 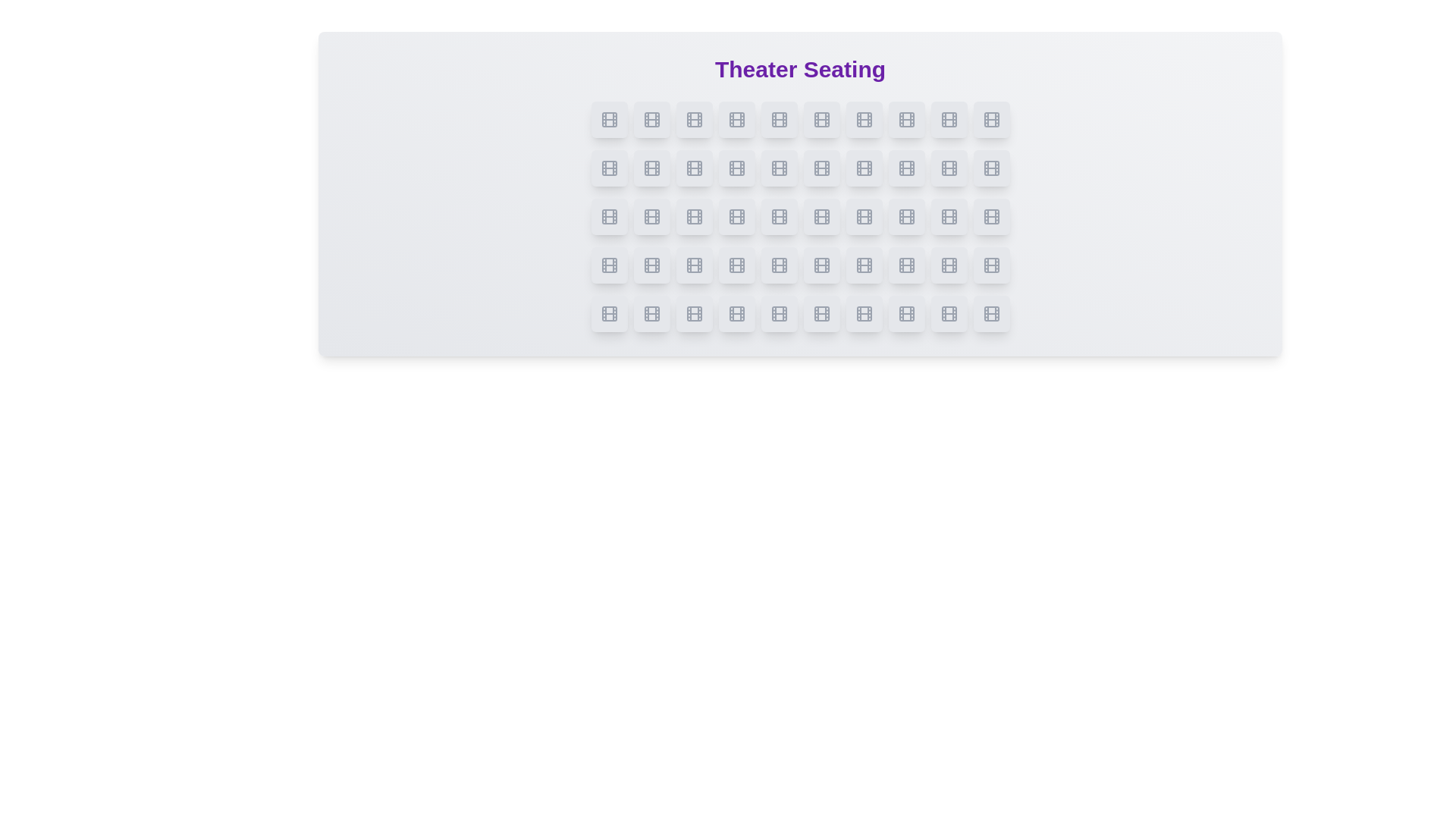 What do you see at coordinates (799, 216) in the screenshot?
I see `the seating layout by focusing on the center of the grid` at bounding box center [799, 216].